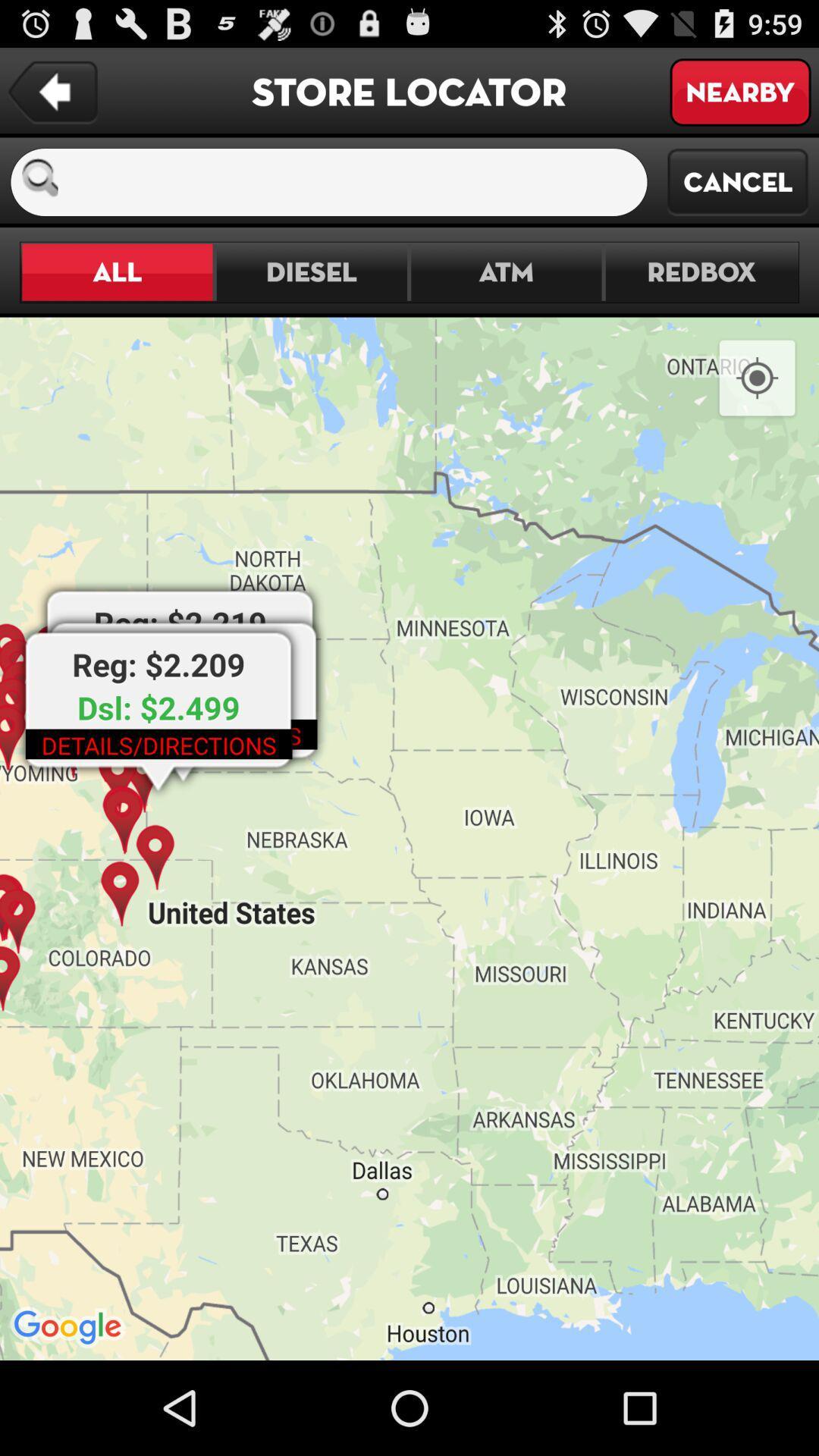 Image resolution: width=819 pixels, height=1456 pixels. I want to click on the cancel, so click(737, 182).